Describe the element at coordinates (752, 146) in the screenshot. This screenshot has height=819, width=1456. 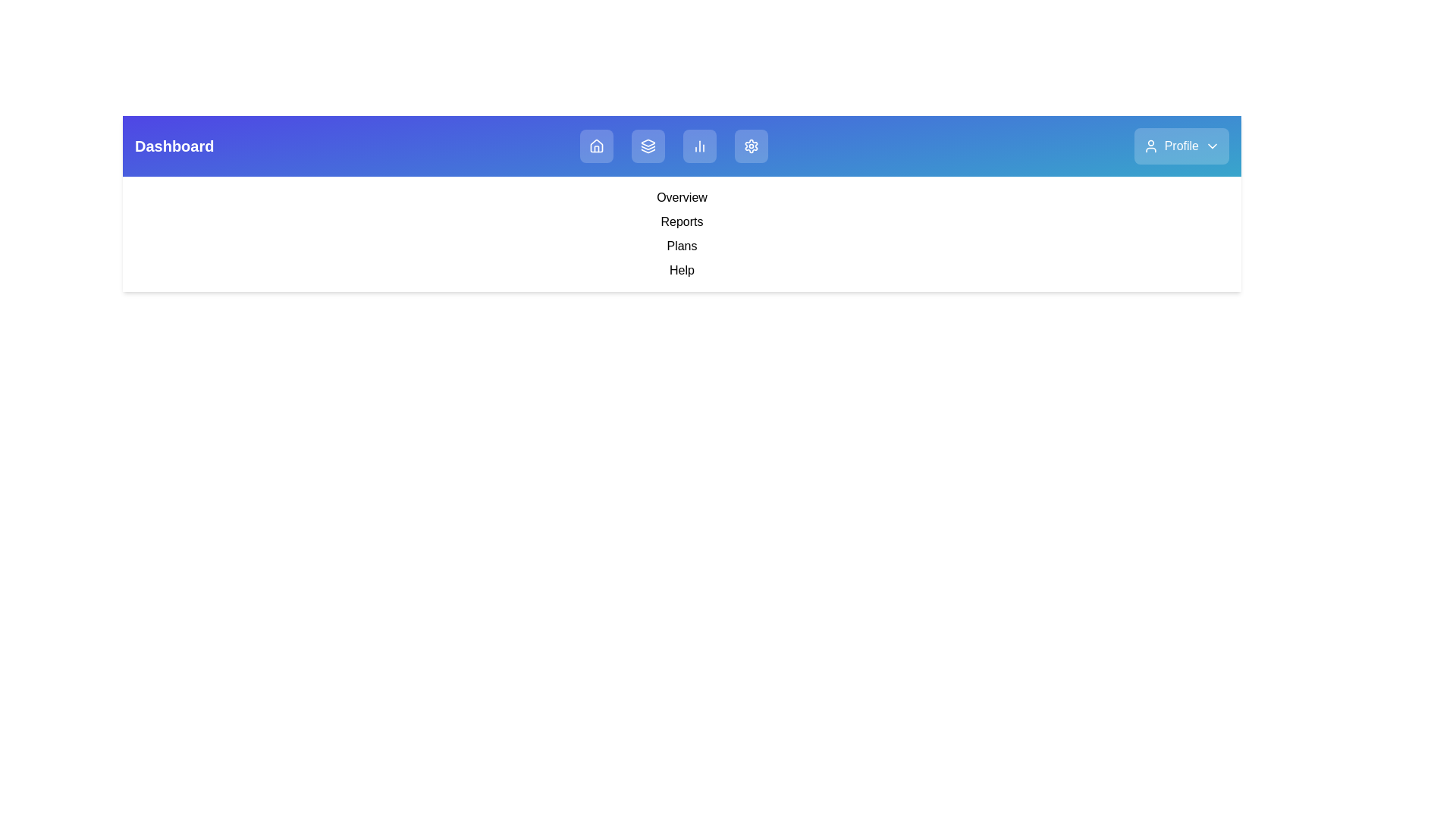
I see `the Settings navigation button` at that location.